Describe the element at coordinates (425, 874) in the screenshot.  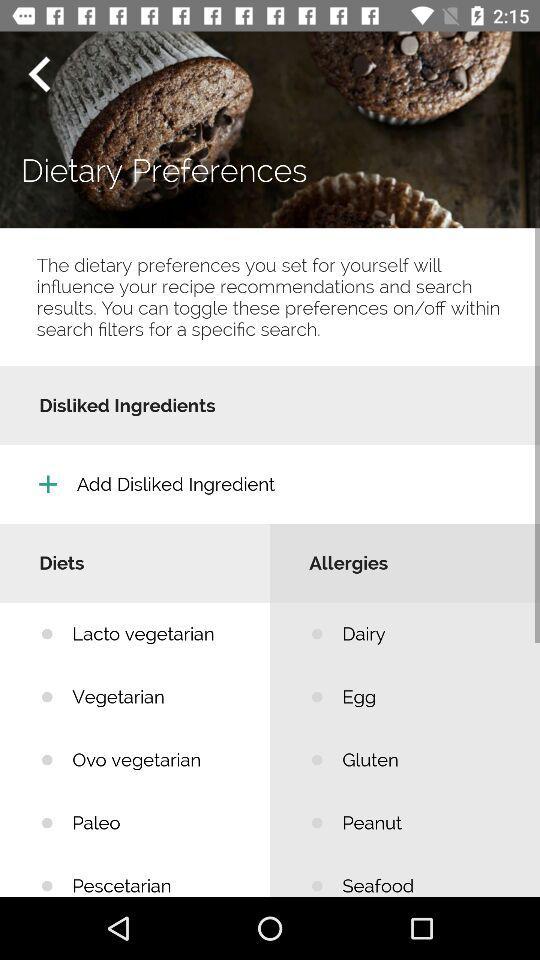
I see `the seafood` at that location.